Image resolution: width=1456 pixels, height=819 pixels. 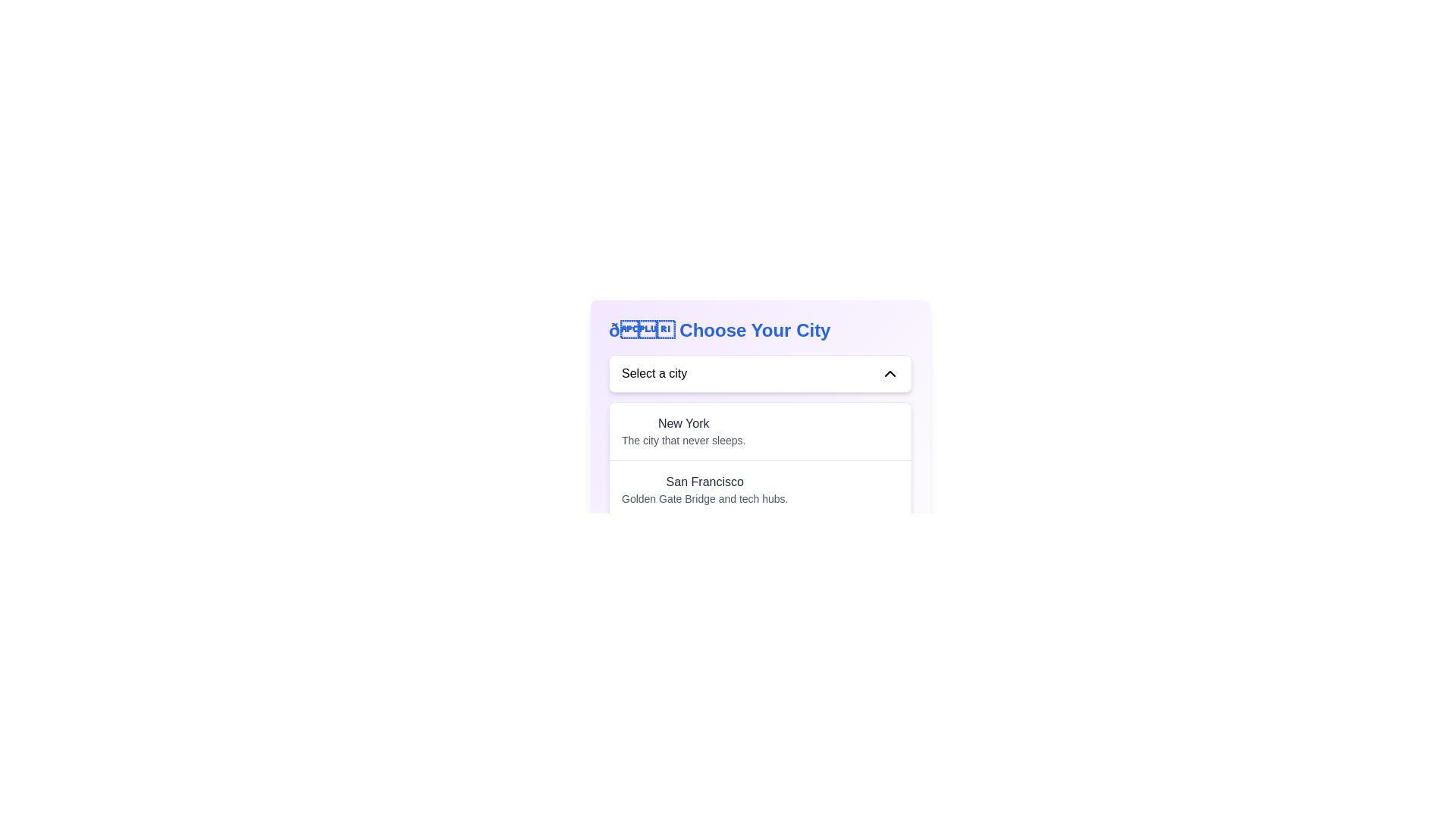 What do you see at coordinates (682, 441) in the screenshot?
I see `the static text element that provides supplementary information related to the title 'New York', located directly below it in the dropdown interface under 'Choose Your City'` at bounding box center [682, 441].